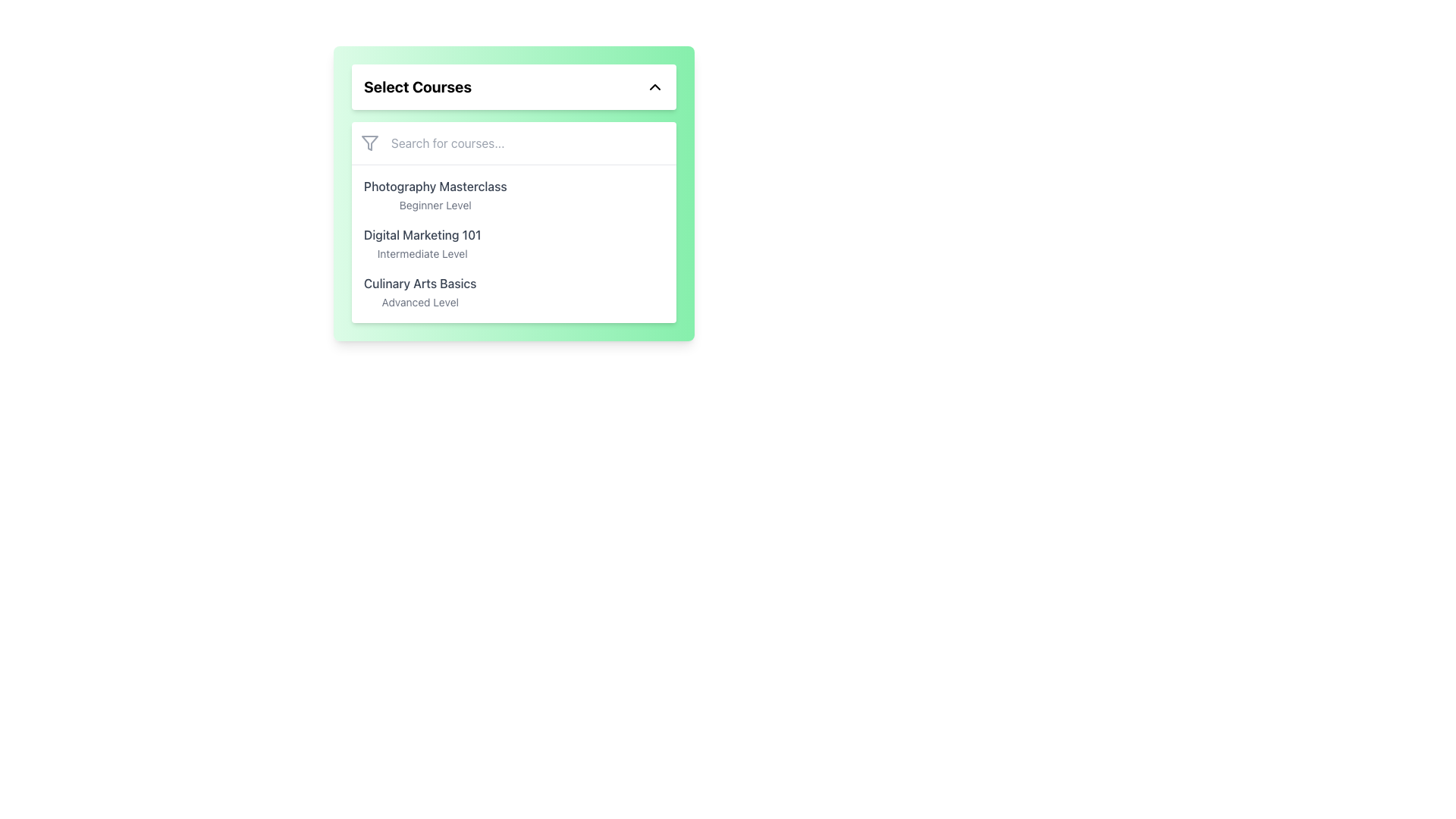  I want to click on the text label displaying 'Intermediate Level' which is styled with a smaller font size and gray color, located beneath 'Digital Marketing 101' in the dropdown menu layout, so click(422, 253).